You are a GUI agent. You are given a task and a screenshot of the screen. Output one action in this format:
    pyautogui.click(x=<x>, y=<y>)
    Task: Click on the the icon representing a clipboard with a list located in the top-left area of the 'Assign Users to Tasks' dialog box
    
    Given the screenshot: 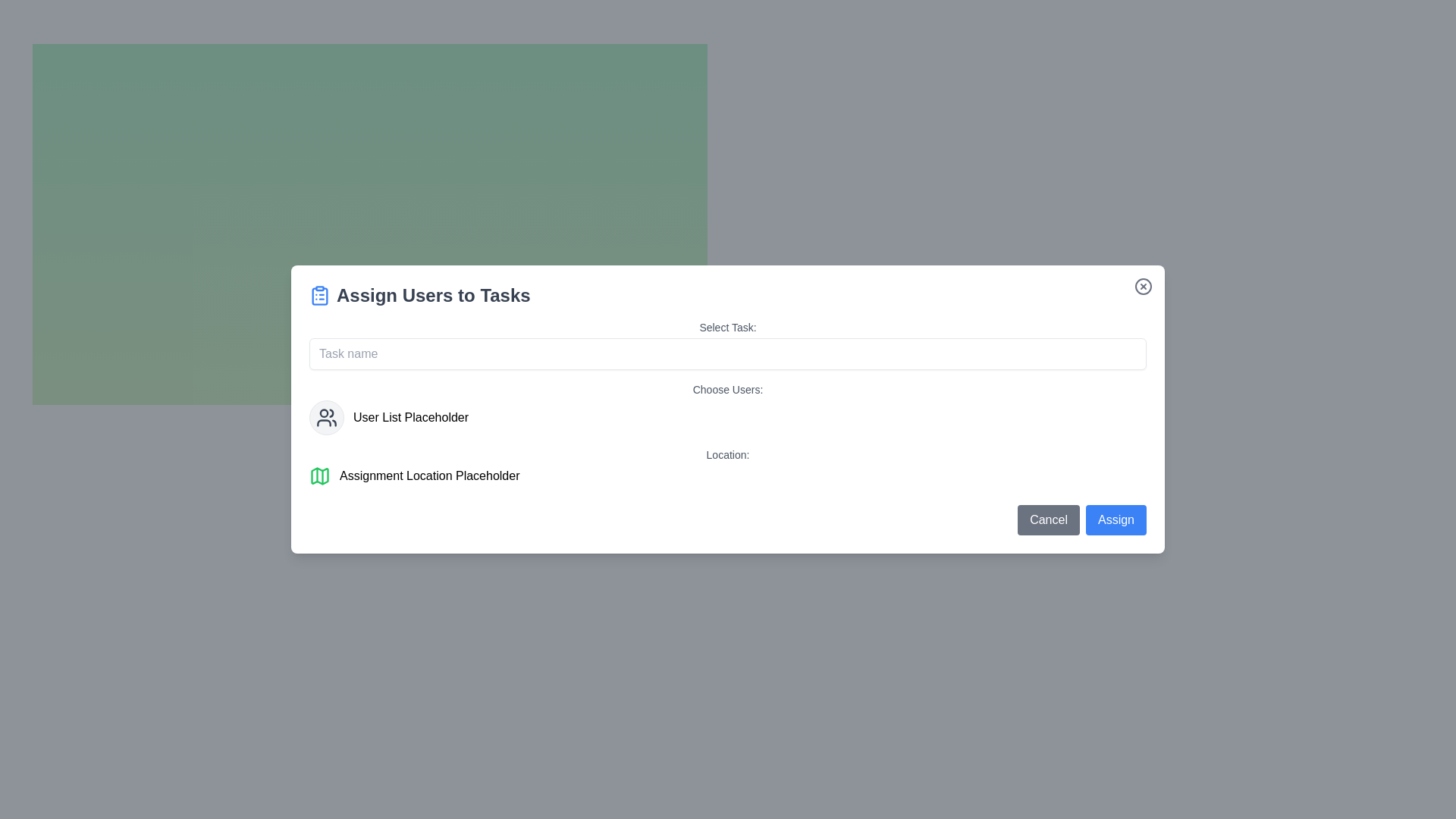 What is the action you would take?
    pyautogui.click(x=319, y=296)
    